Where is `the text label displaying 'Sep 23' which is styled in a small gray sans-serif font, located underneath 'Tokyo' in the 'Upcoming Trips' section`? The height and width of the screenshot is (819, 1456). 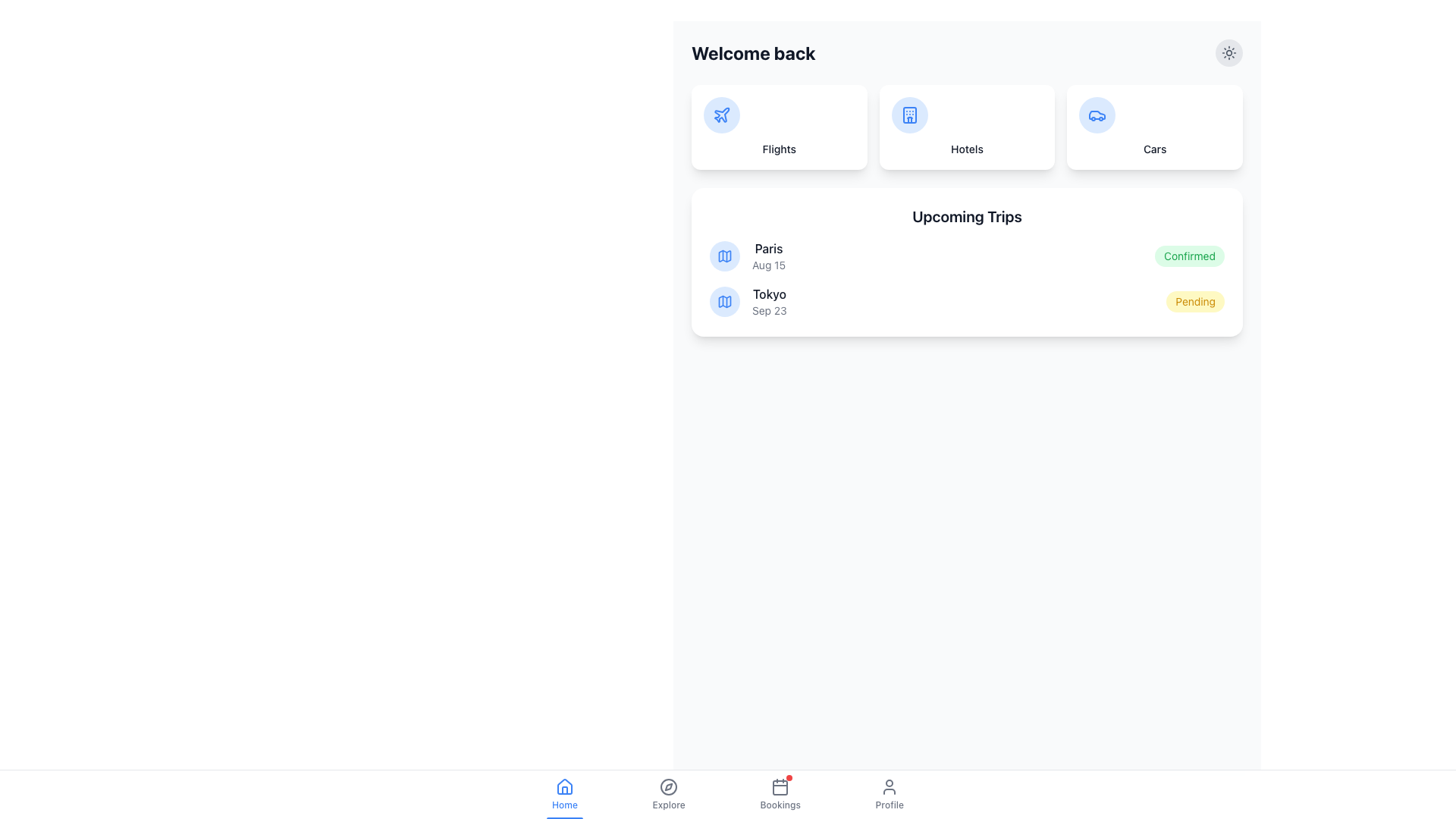 the text label displaying 'Sep 23' which is styled in a small gray sans-serif font, located underneath 'Tokyo' in the 'Upcoming Trips' section is located at coordinates (769, 309).